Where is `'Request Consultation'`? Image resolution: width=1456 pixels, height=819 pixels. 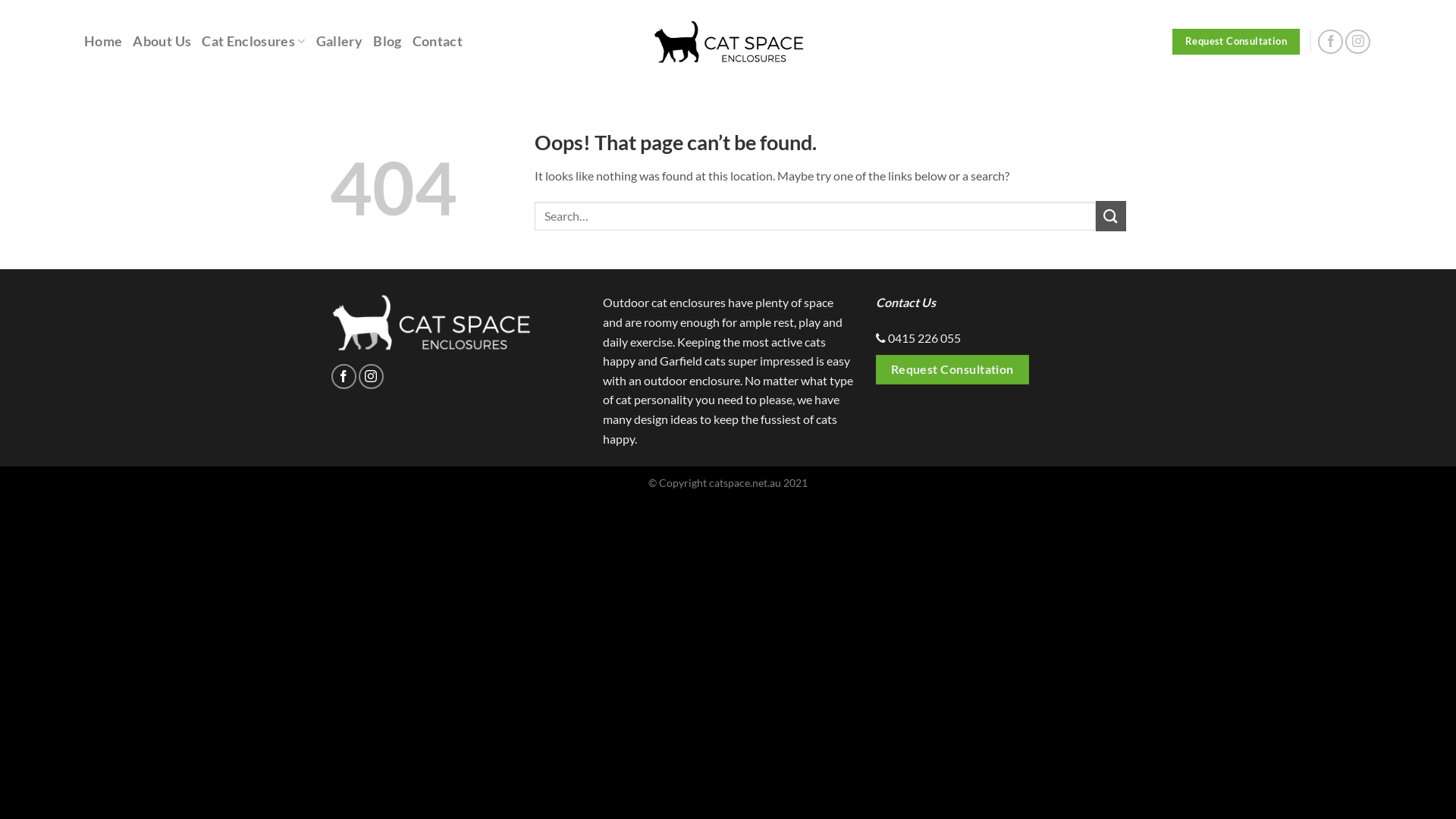
'Request Consultation' is located at coordinates (952, 369).